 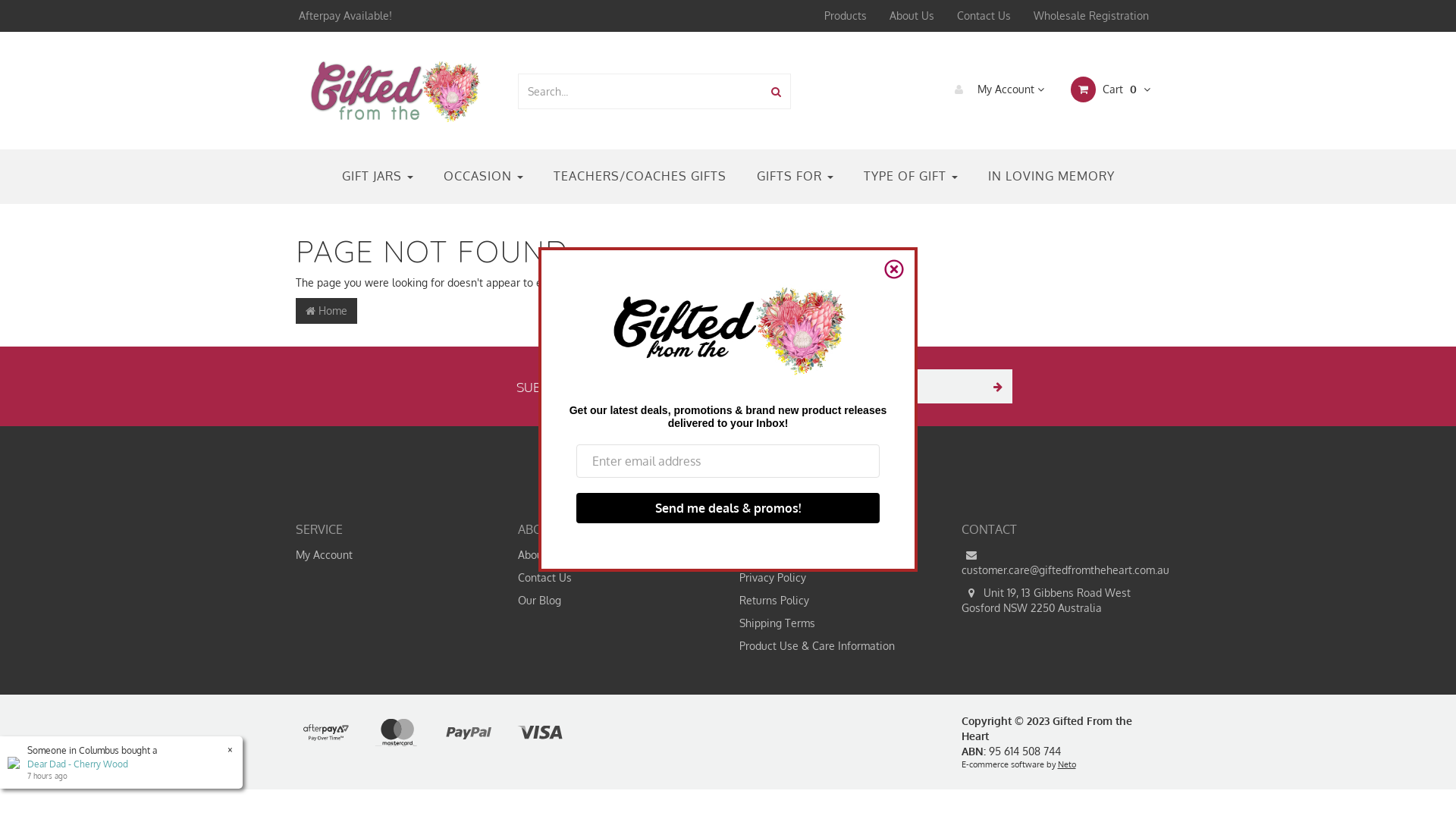 What do you see at coordinates (1050, 175) in the screenshot?
I see `'IN LOVING MEMORY'` at bounding box center [1050, 175].